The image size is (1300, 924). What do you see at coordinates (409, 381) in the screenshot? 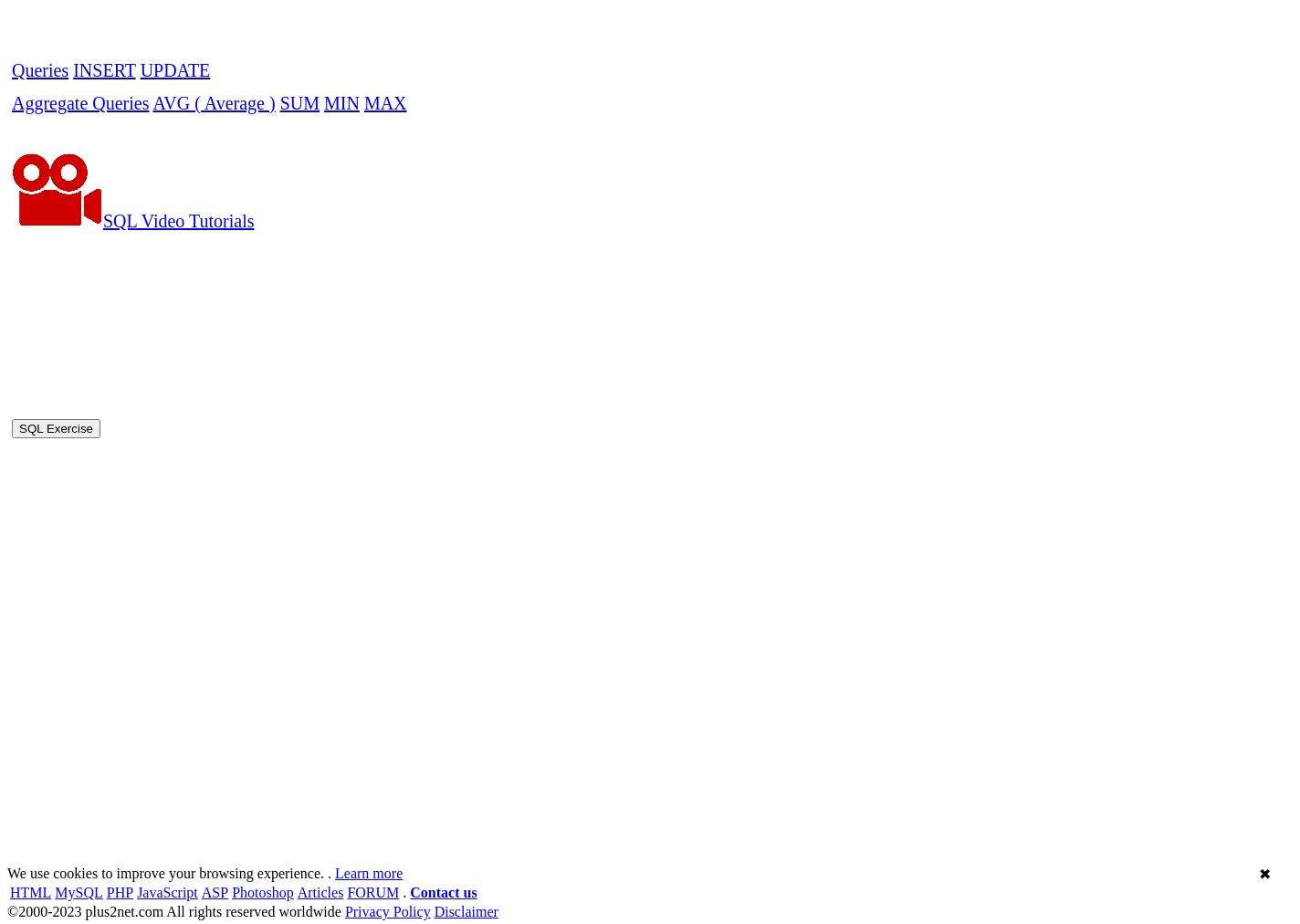
I see `'Contact us'` at bounding box center [409, 381].